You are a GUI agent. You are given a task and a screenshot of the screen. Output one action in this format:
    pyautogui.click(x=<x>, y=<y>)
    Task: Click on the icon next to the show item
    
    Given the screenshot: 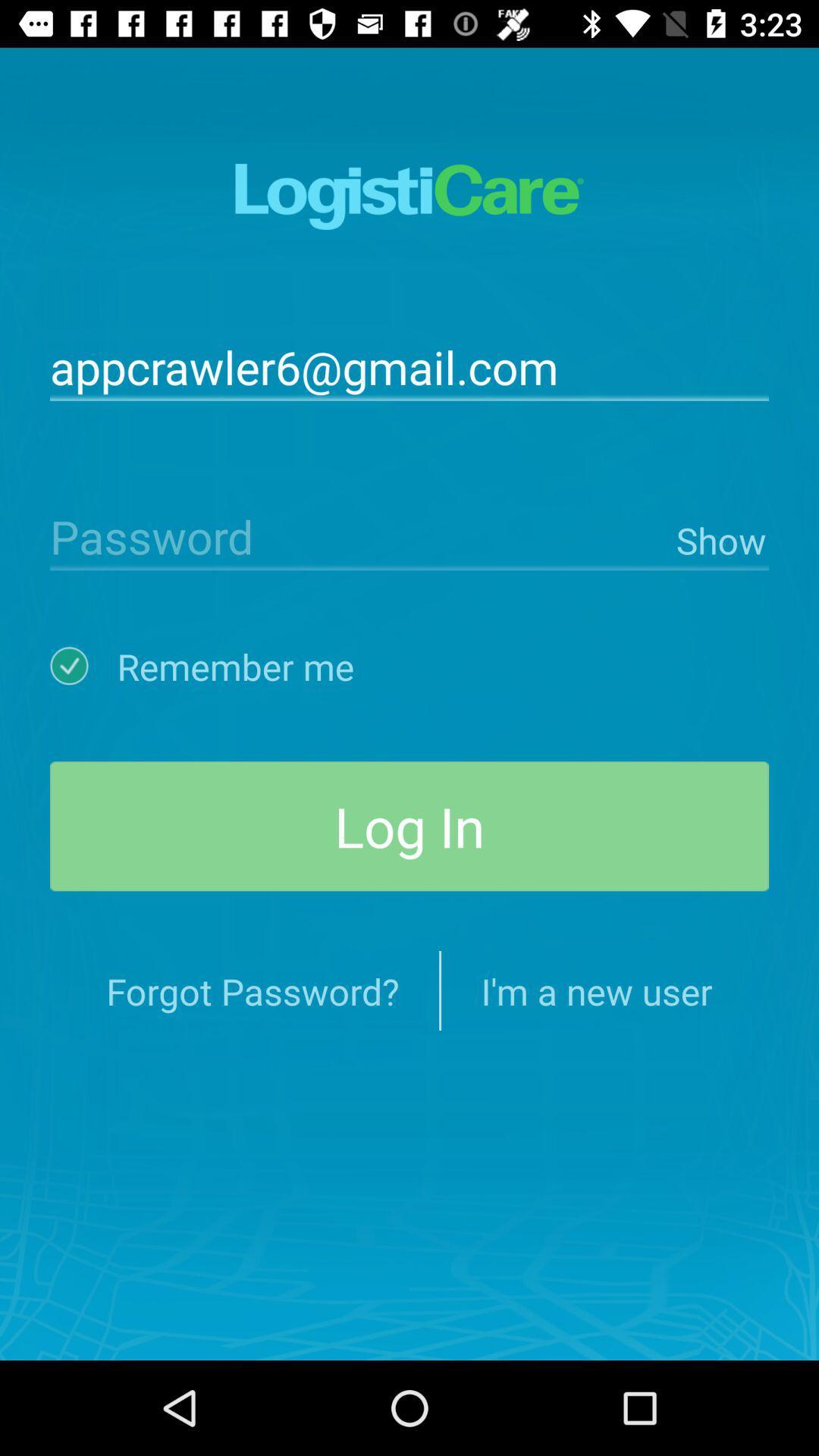 What is the action you would take?
    pyautogui.click(x=359, y=535)
    